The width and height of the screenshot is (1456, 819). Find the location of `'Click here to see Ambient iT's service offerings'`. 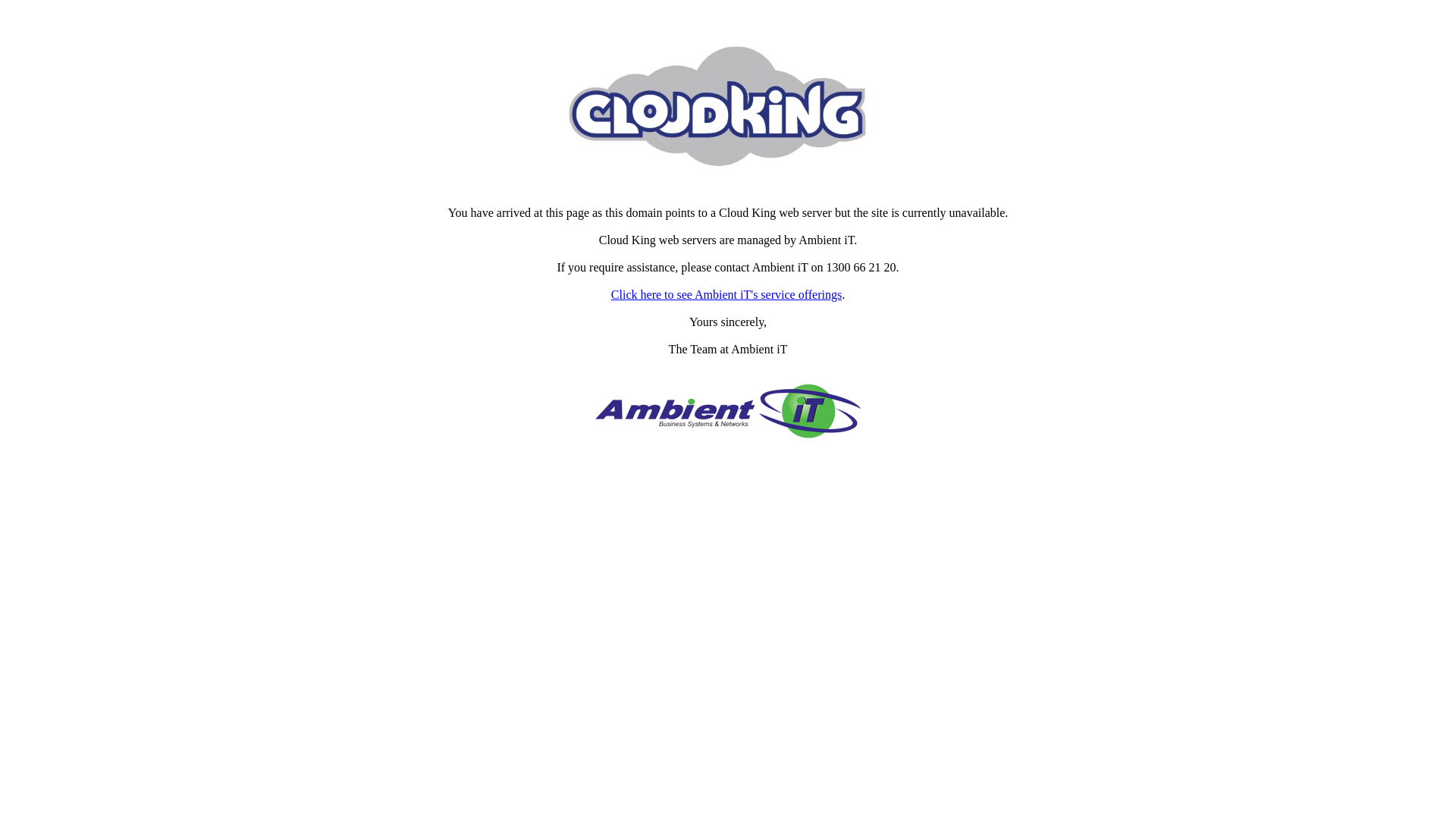

'Click here to see Ambient iT's service offerings' is located at coordinates (726, 294).